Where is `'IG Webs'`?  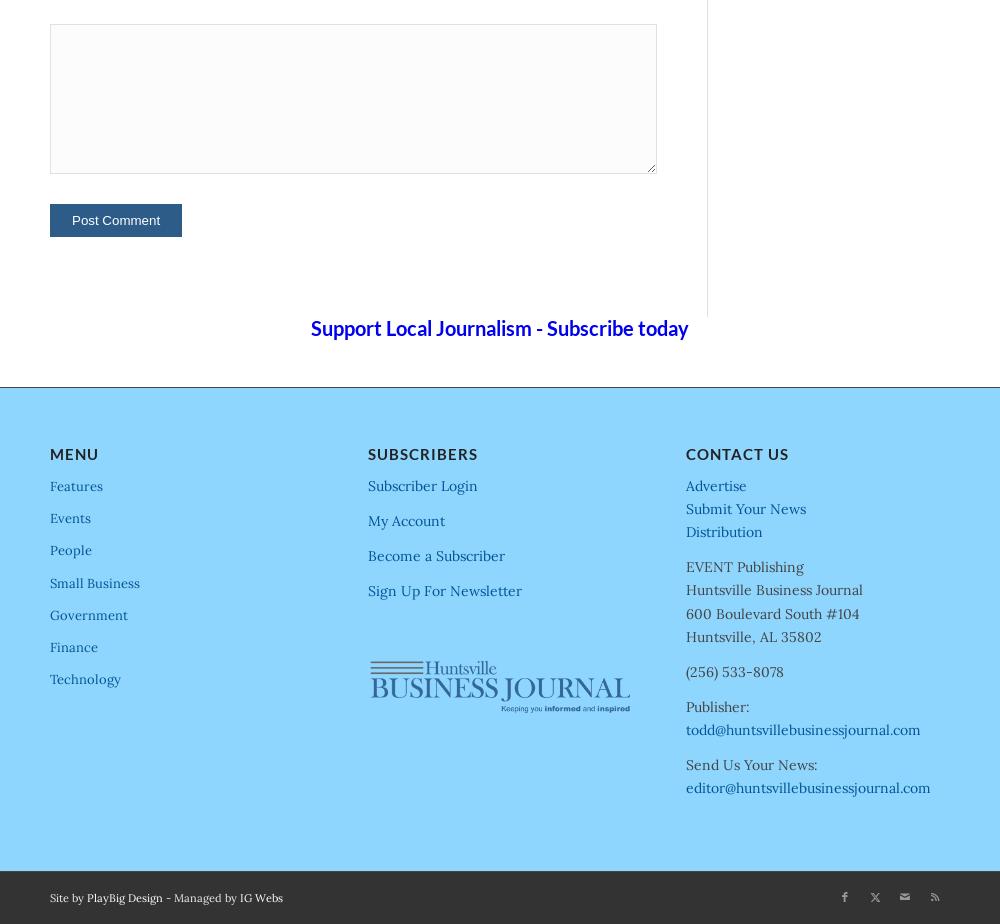 'IG Webs' is located at coordinates (261, 897).